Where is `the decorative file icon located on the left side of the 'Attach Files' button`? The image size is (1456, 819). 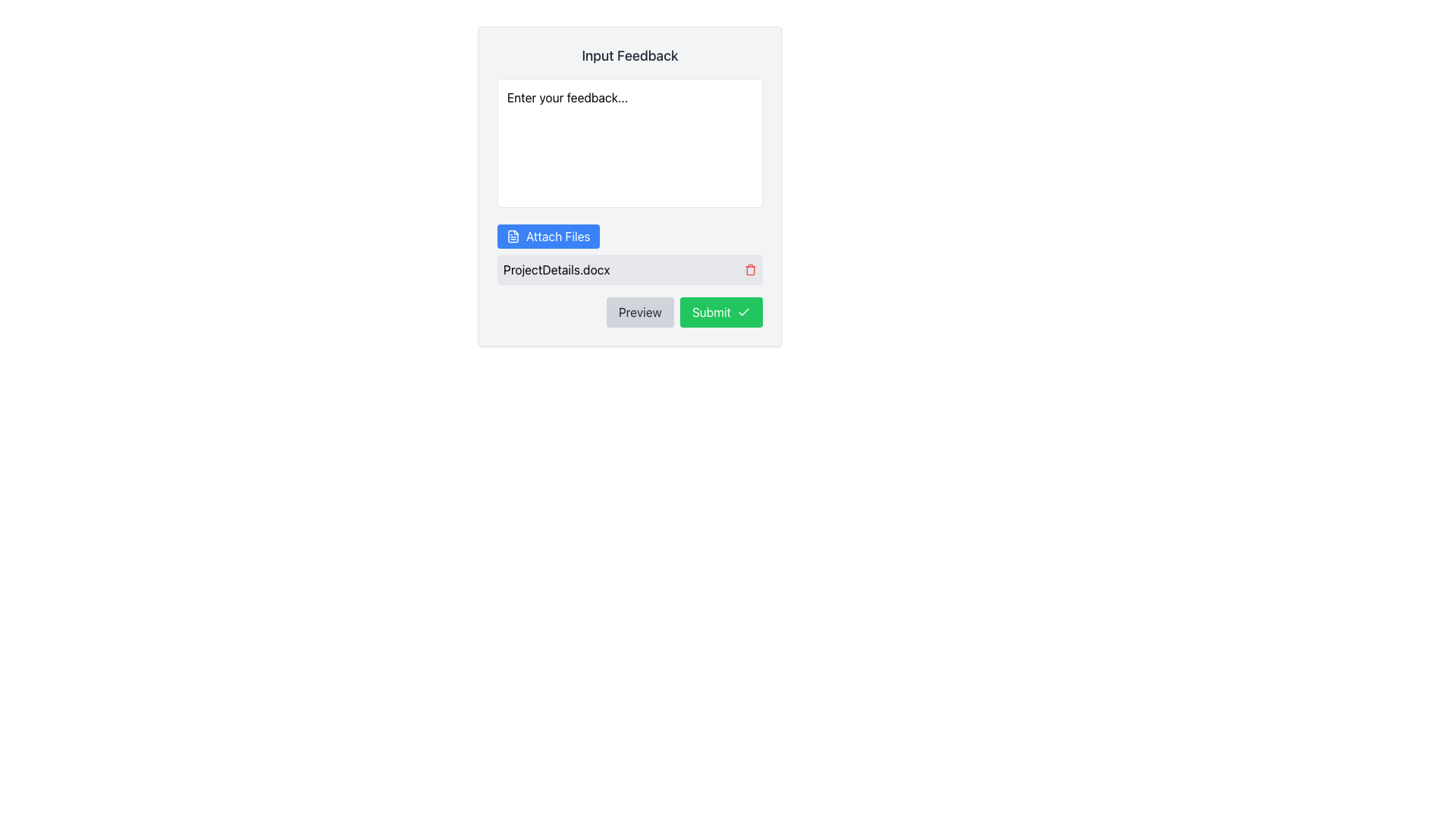 the decorative file icon located on the left side of the 'Attach Files' button is located at coordinates (513, 237).